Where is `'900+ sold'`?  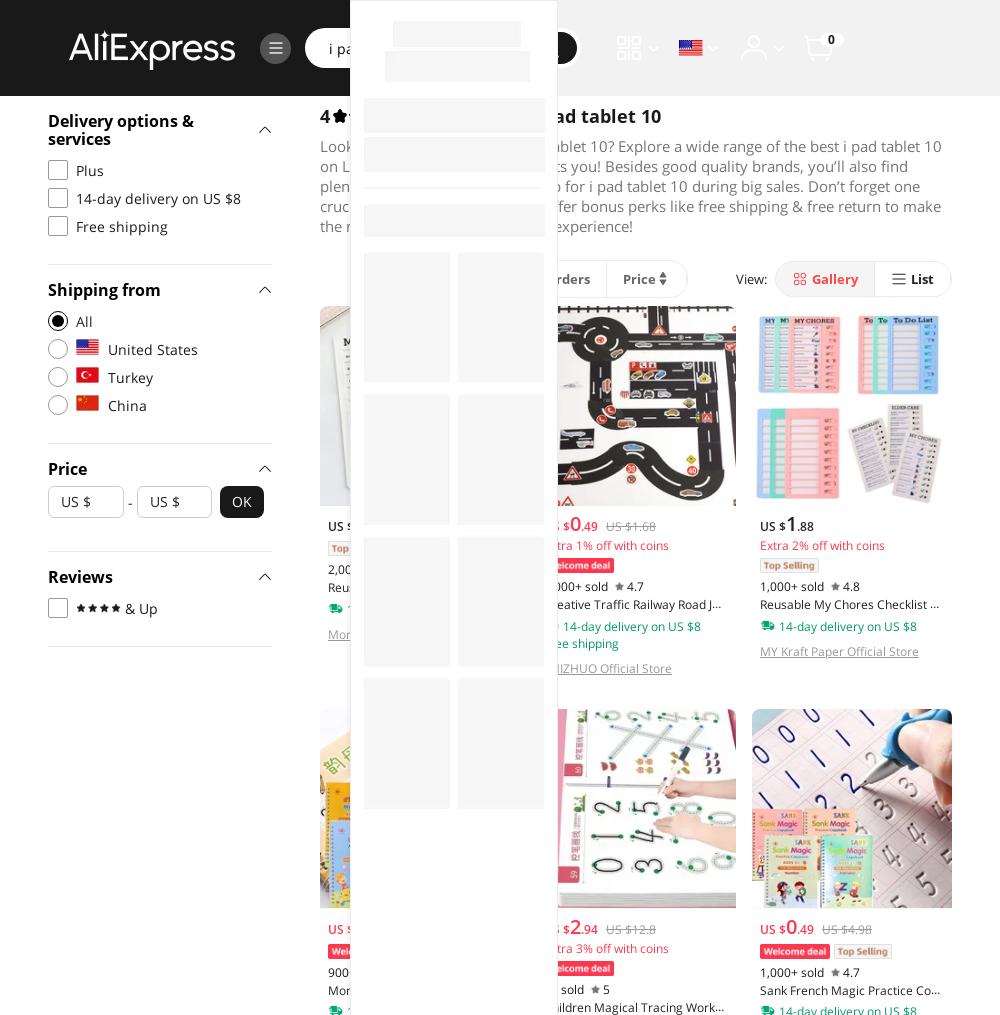
'900+ sold' is located at coordinates (354, 971).